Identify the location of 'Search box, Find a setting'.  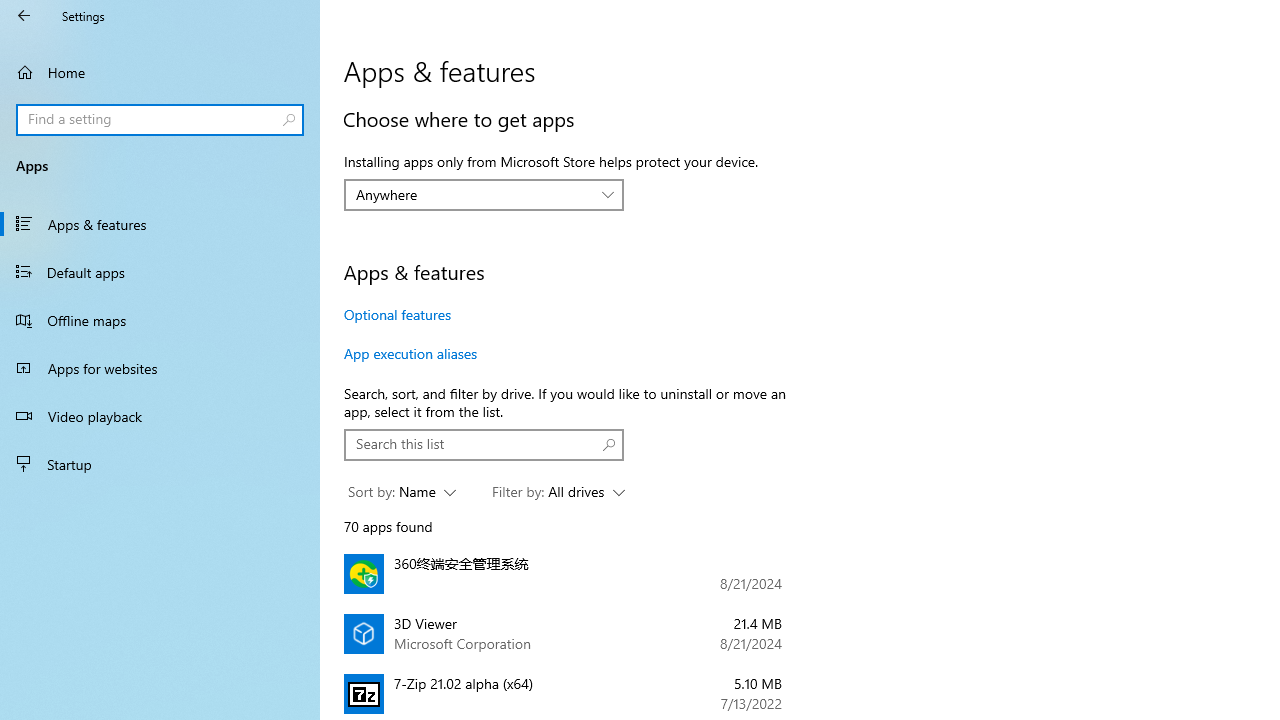
(160, 119).